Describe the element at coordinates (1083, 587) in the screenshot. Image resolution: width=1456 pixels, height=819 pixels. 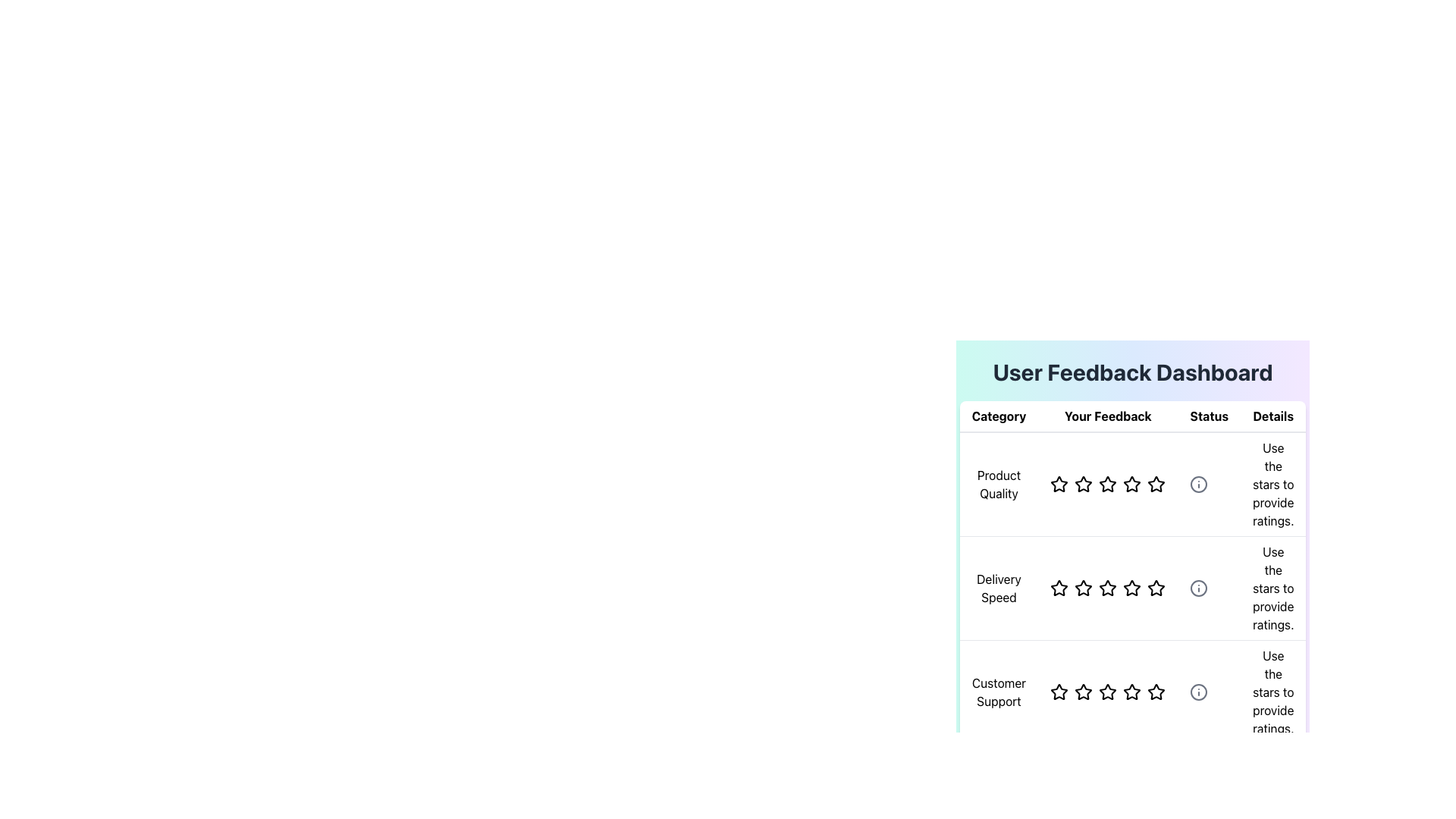
I see `the third star icon in the 'Your Feedback' column for 'Delivery Speed'` at that location.